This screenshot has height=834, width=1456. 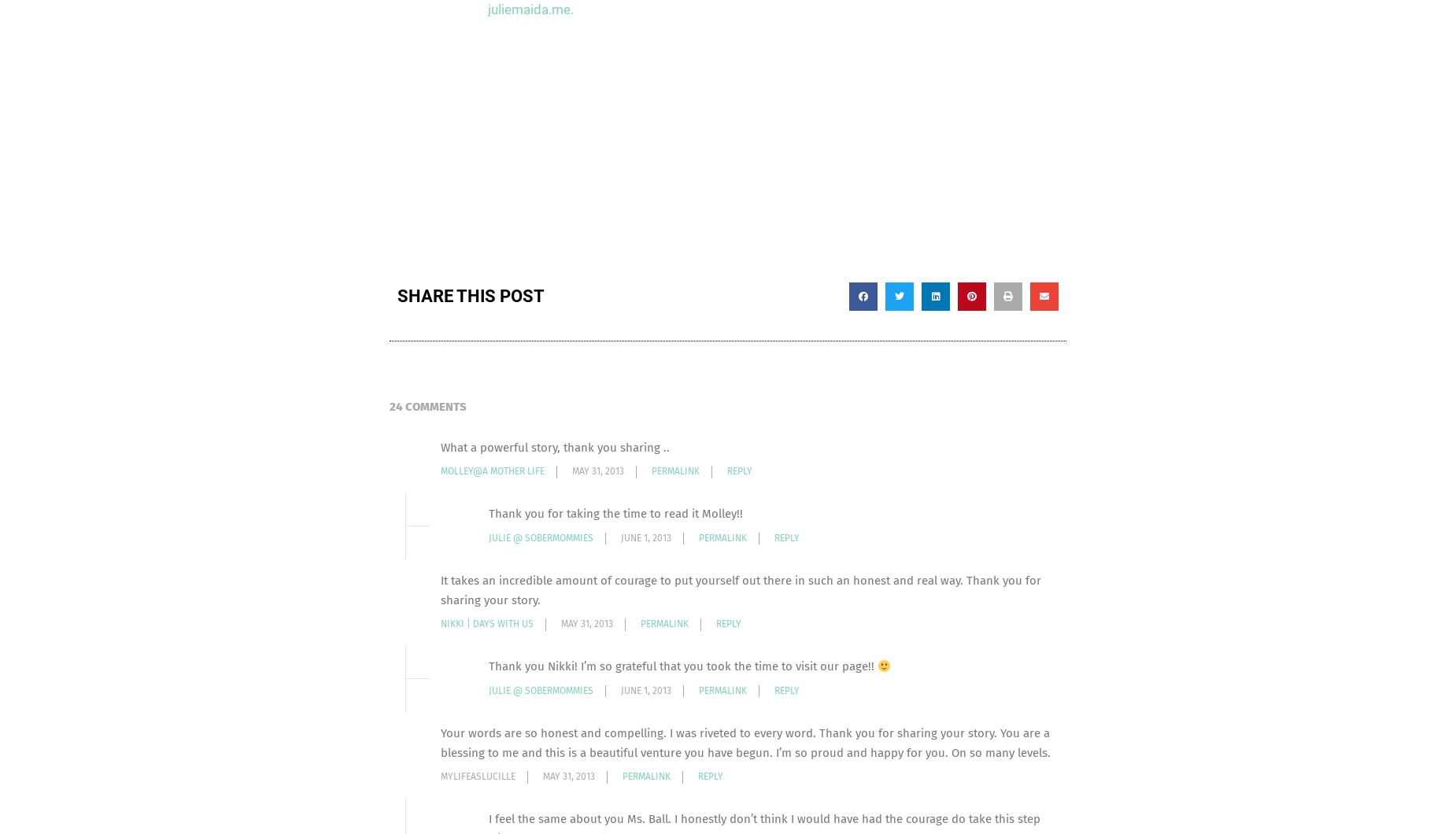 What do you see at coordinates (487, 9) in the screenshot?
I see `'juliemaida.me.'` at bounding box center [487, 9].